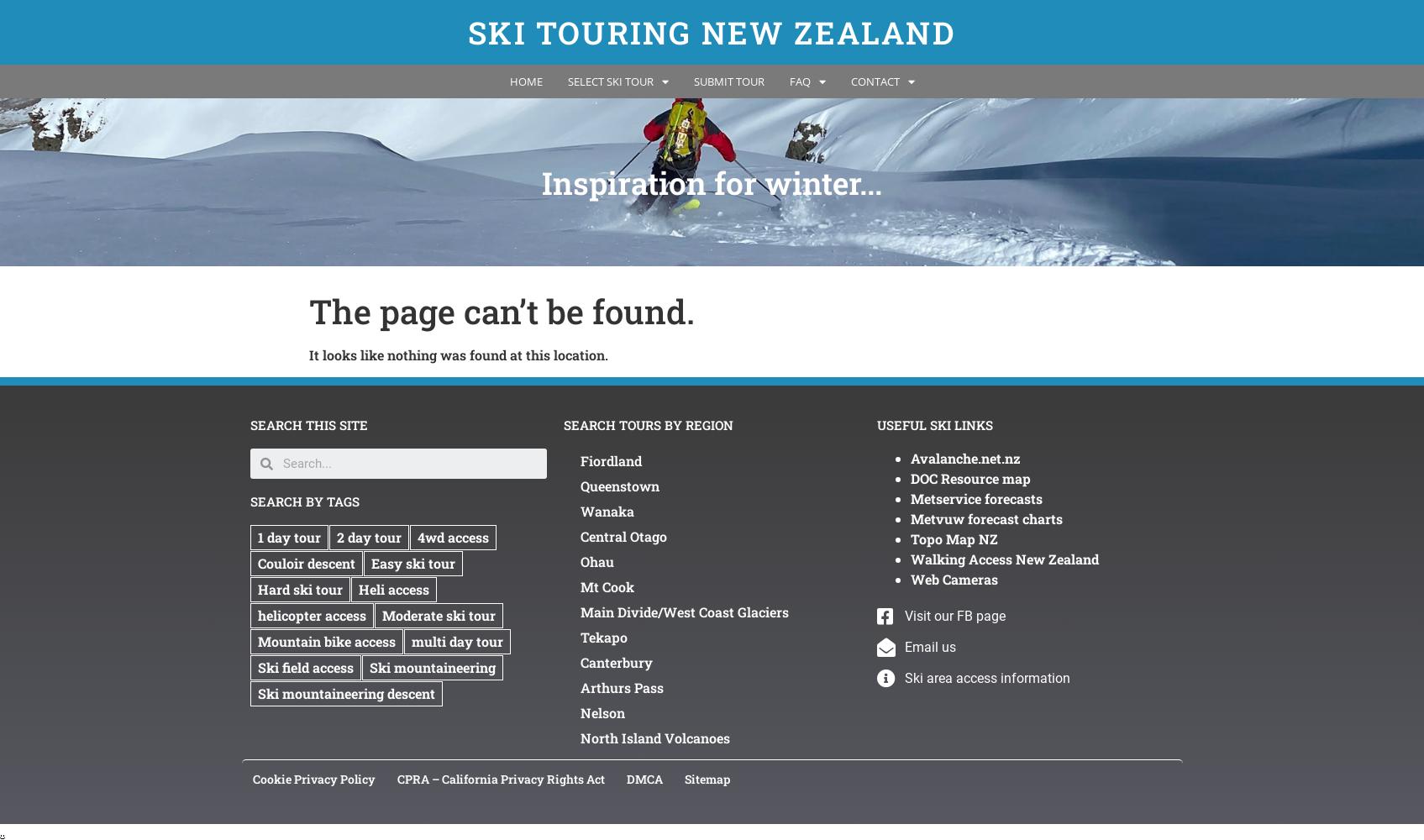 The width and height of the screenshot is (1424, 840). What do you see at coordinates (711, 32) in the screenshot?
I see `'Ski Touring New Zealand'` at bounding box center [711, 32].